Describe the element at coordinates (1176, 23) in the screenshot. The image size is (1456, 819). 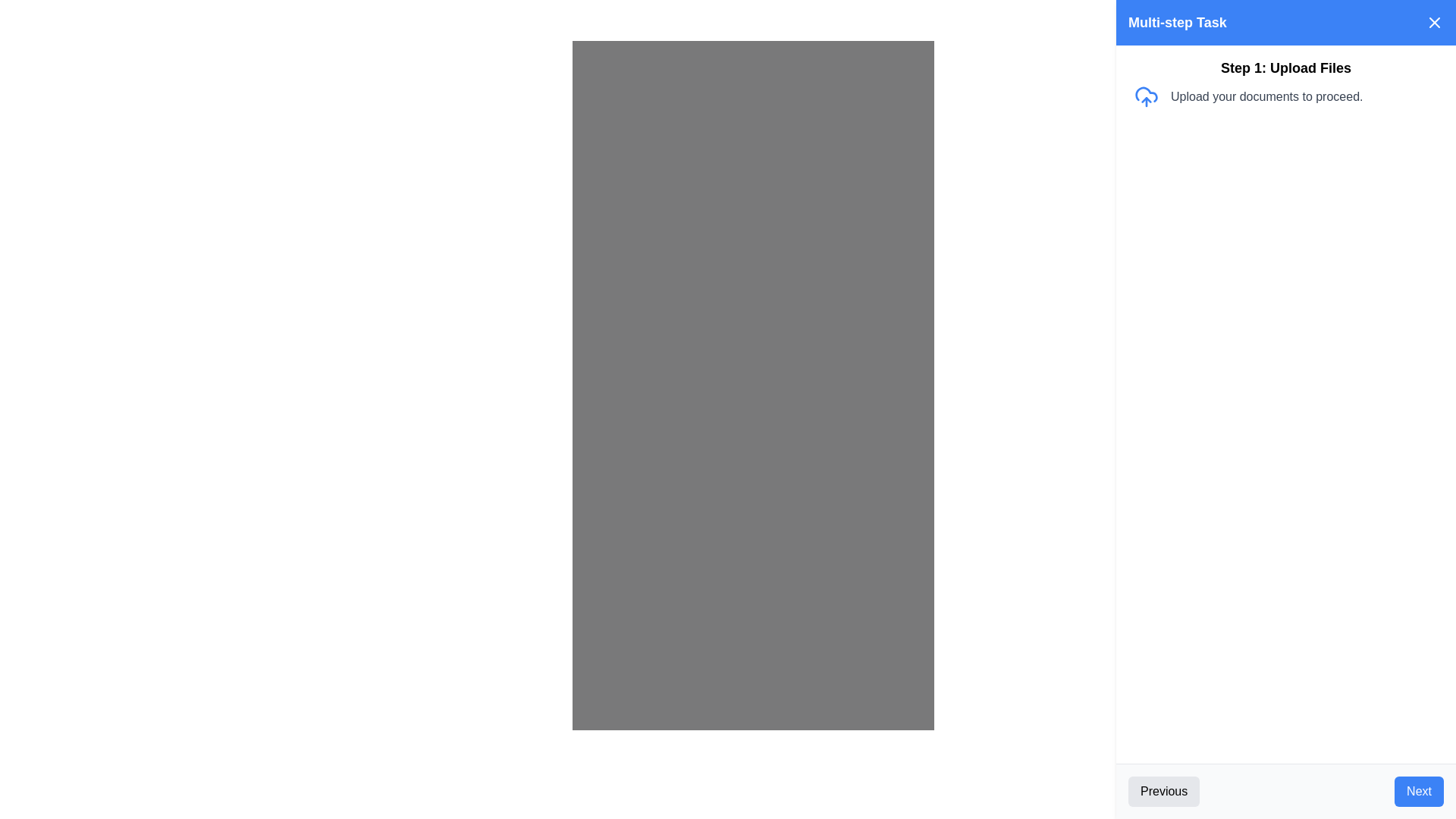
I see `the static text label indicating the 'Multi-step Task' process located in the top left corner of the blue header section` at that location.